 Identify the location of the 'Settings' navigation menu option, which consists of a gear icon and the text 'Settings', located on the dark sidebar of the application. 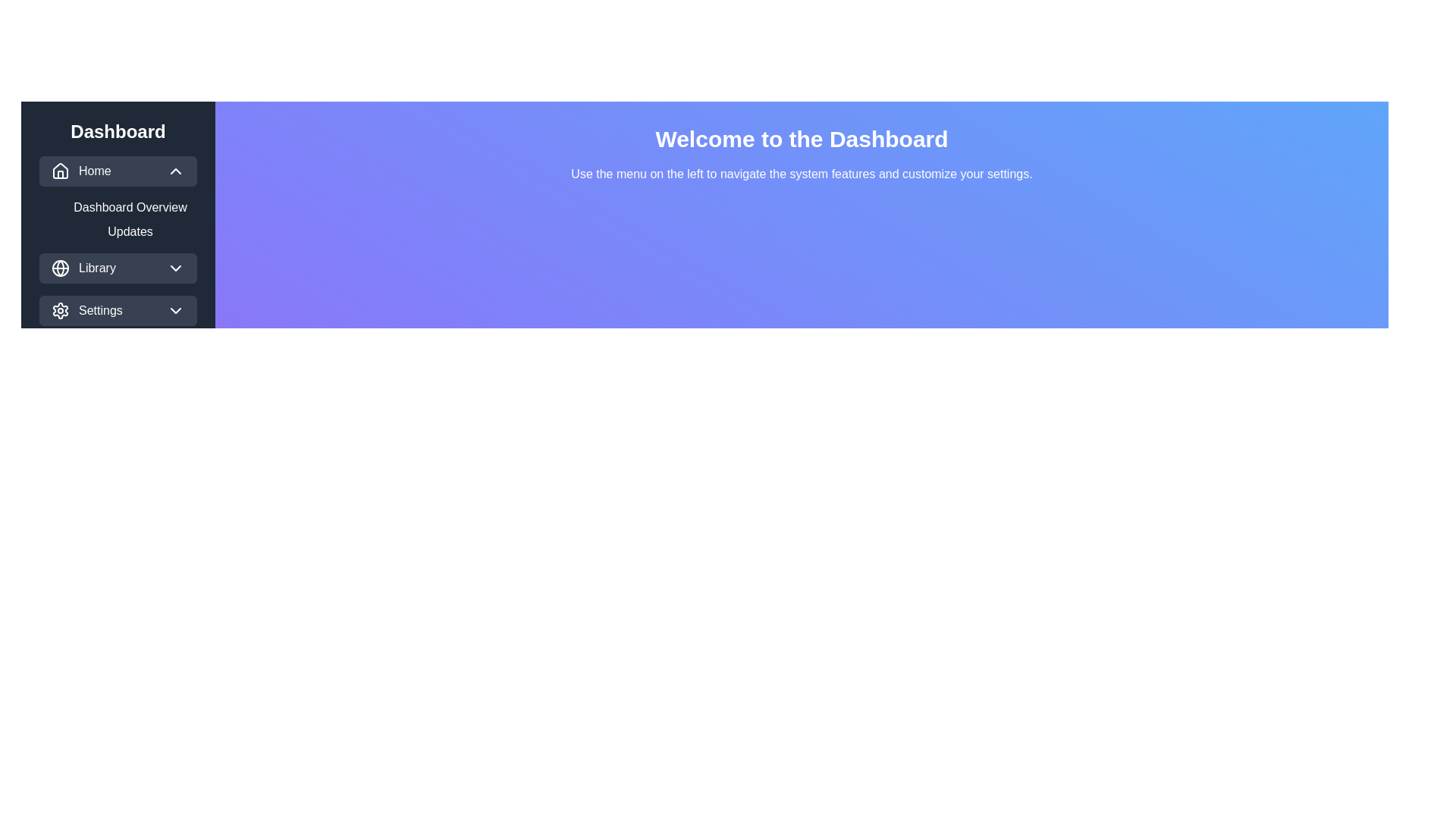
(86, 309).